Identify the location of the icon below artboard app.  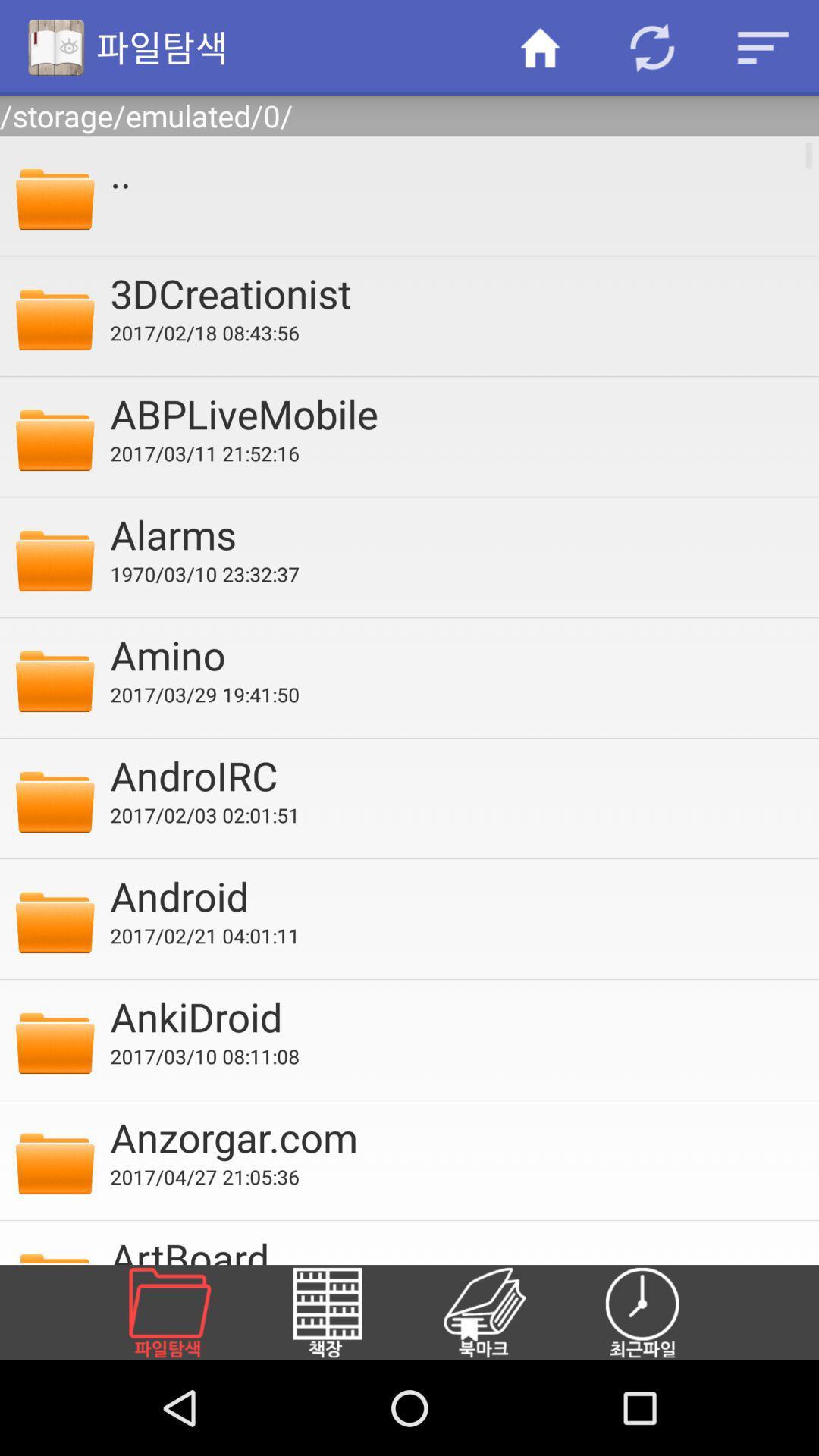
(503, 1312).